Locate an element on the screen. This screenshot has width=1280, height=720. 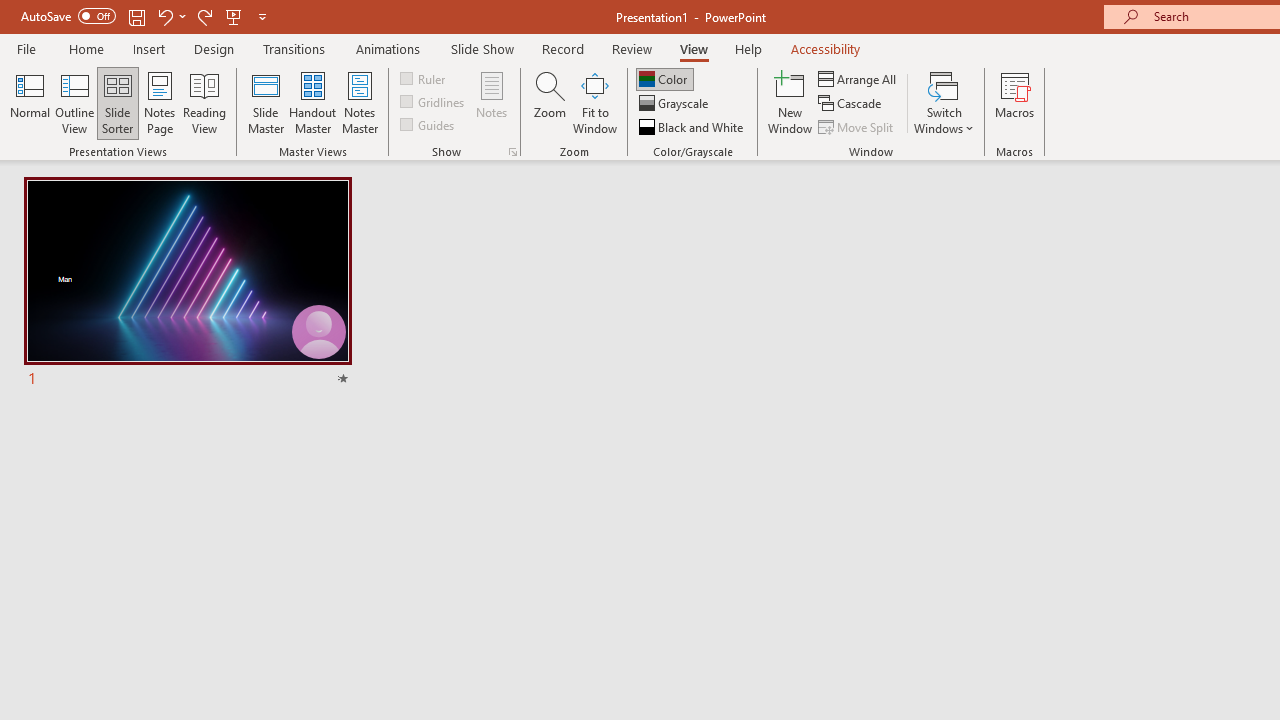
'Notes' is located at coordinates (492, 103).